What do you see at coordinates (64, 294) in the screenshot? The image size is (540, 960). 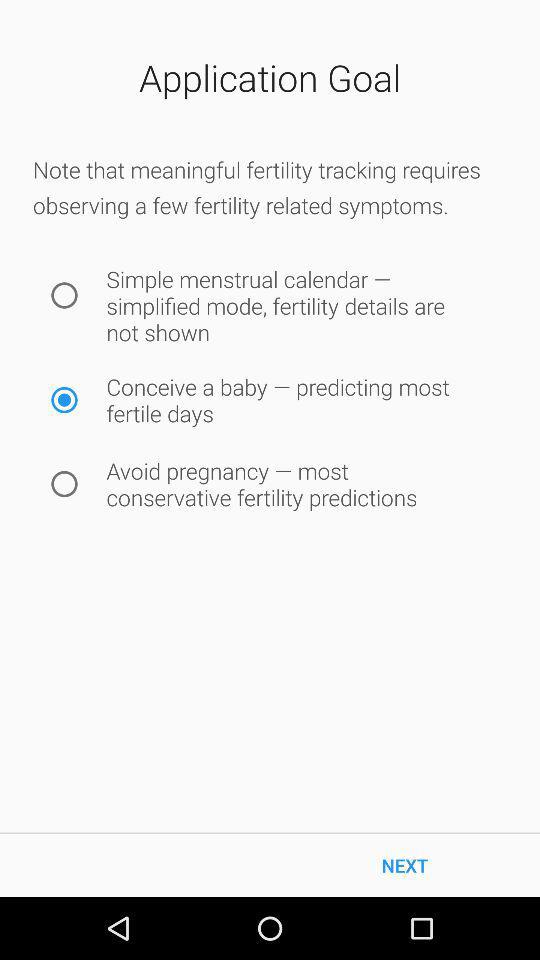 I see `the item below the note that meaningful item` at bounding box center [64, 294].